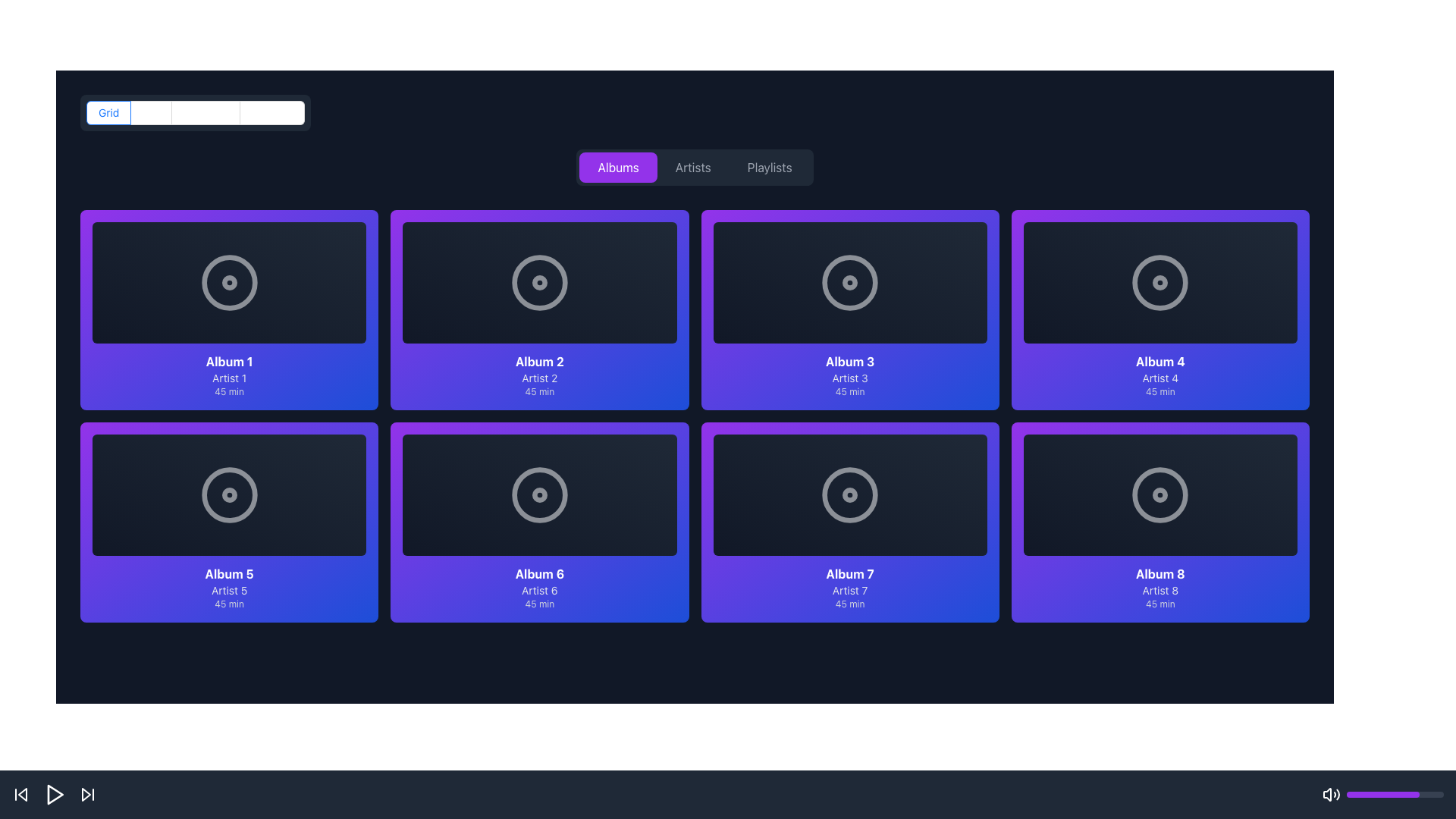 The width and height of the screenshot is (1456, 819). I want to click on progress bar, so click(1351, 794).